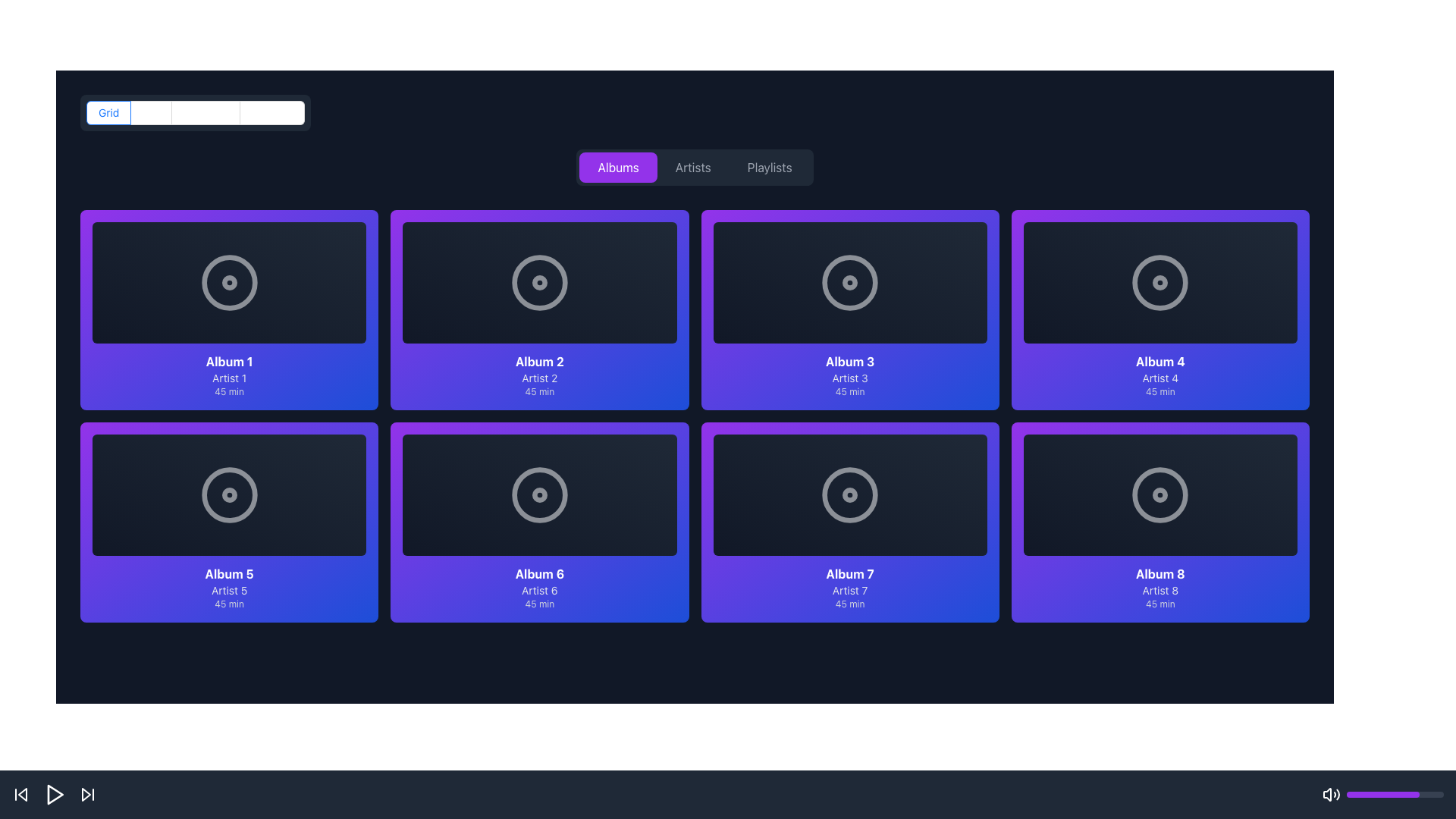 The width and height of the screenshot is (1456, 819). I want to click on progress bar, so click(1351, 794).